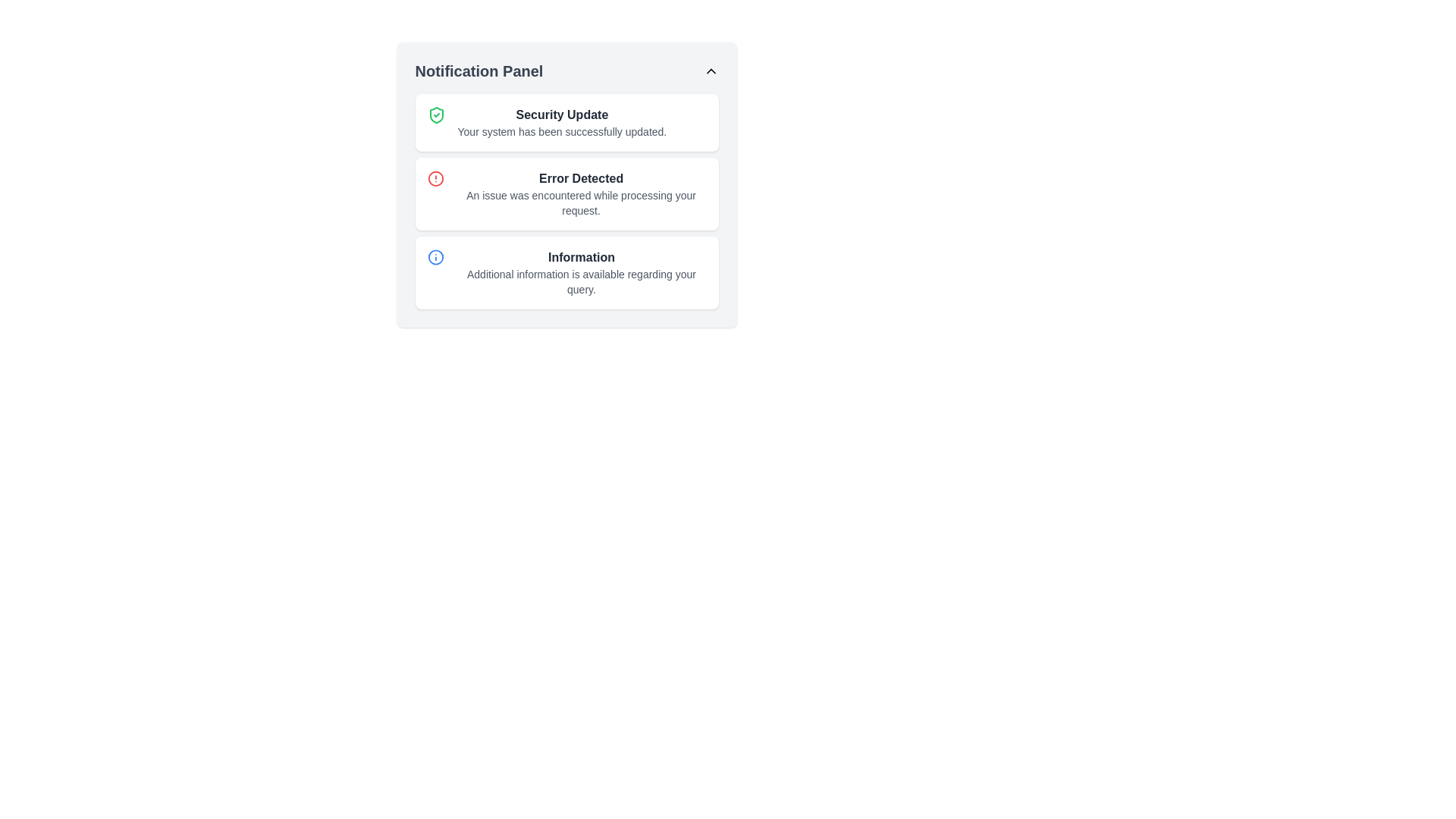 The height and width of the screenshot is (819, 1456). I want to click on the red circular element located within the Error Detected notification box, which is part of an SVG icon, so click(435, 177).